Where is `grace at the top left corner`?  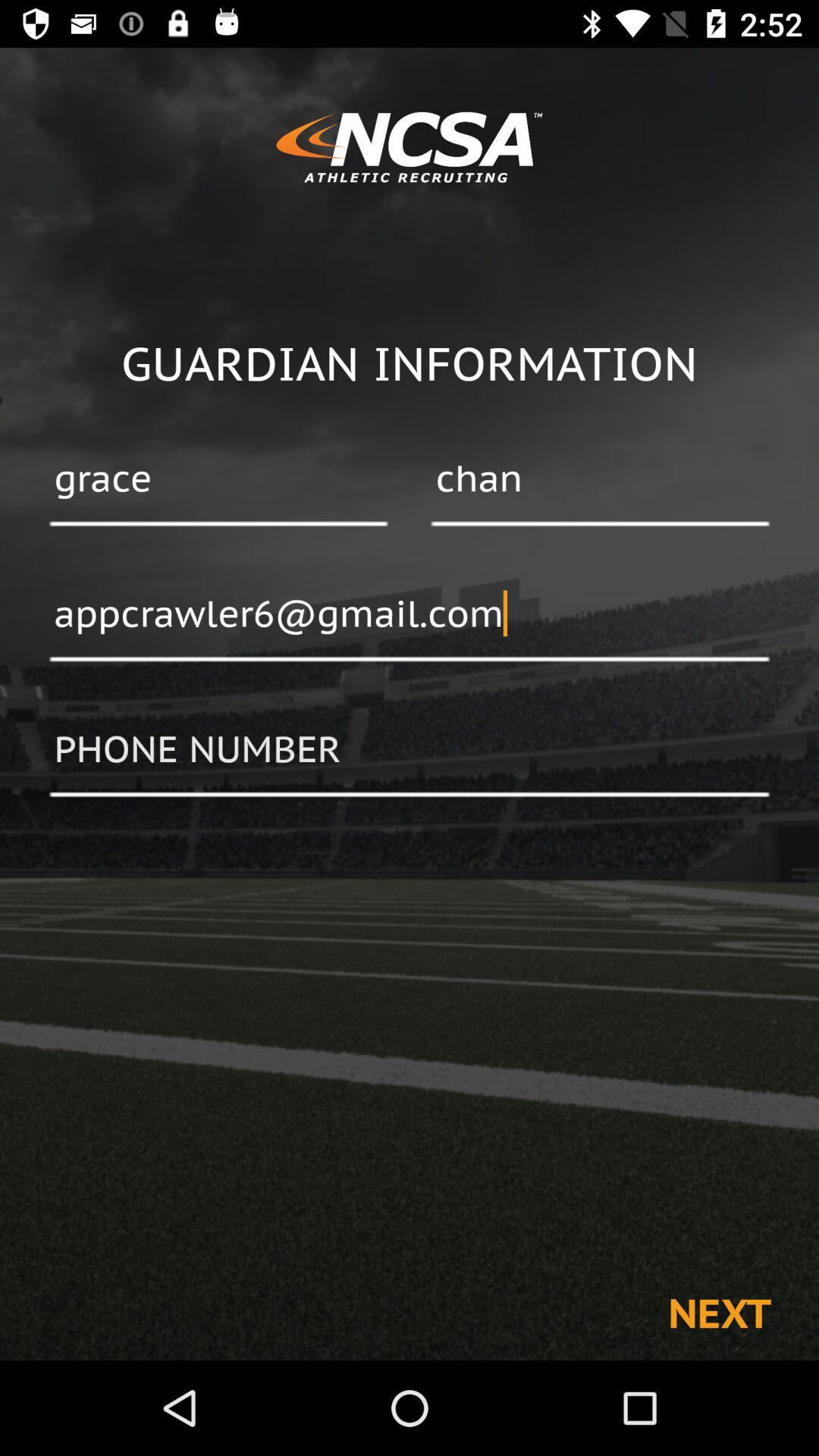 grace at the top left corner is located at coordinates (218, 479).